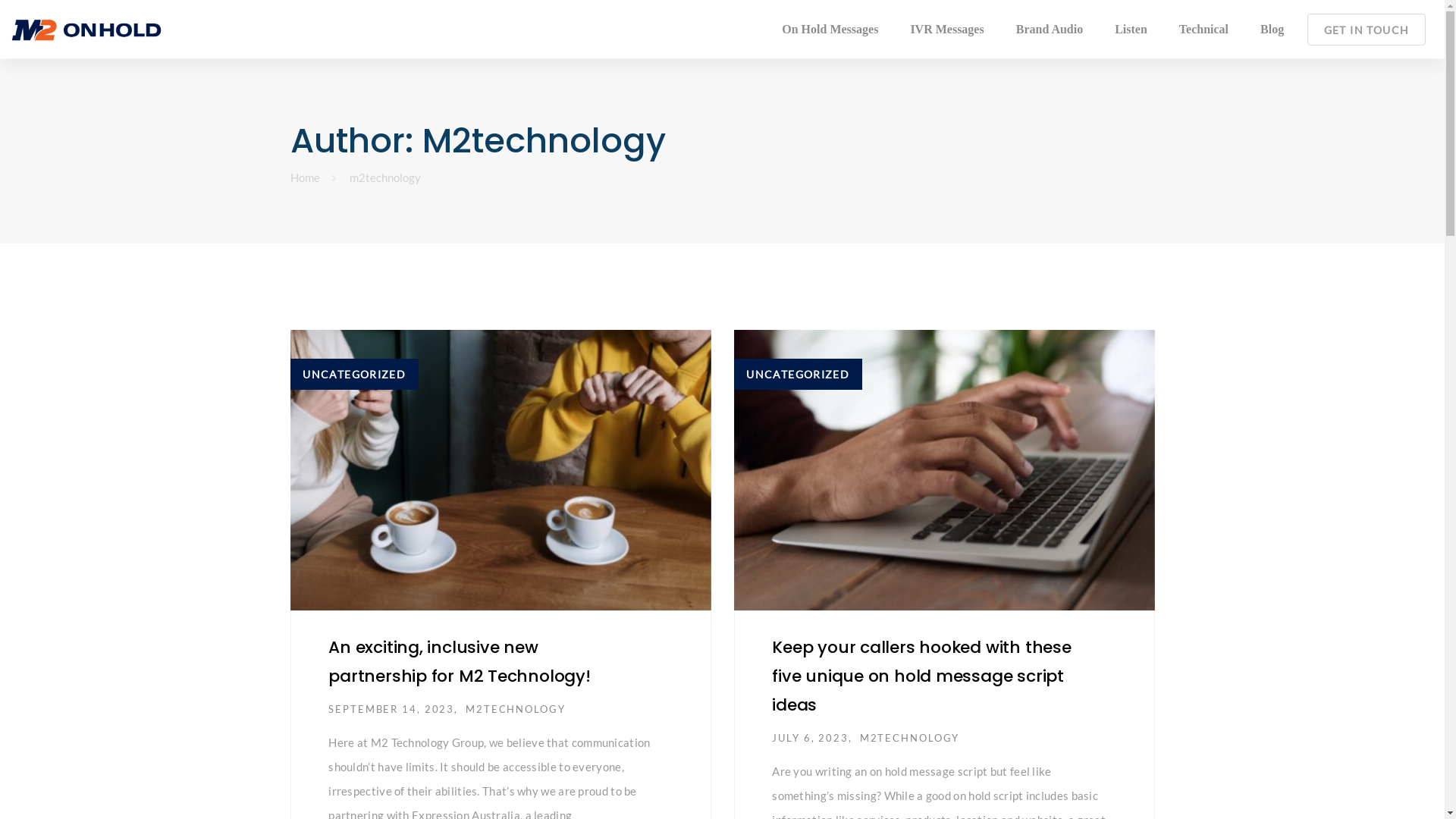  What do you see at coordinates (458, 661) in the screenshot?
I see `'An exciting, inclusive new partnership for M2 Technology!'` at bounding box center [458, 661].